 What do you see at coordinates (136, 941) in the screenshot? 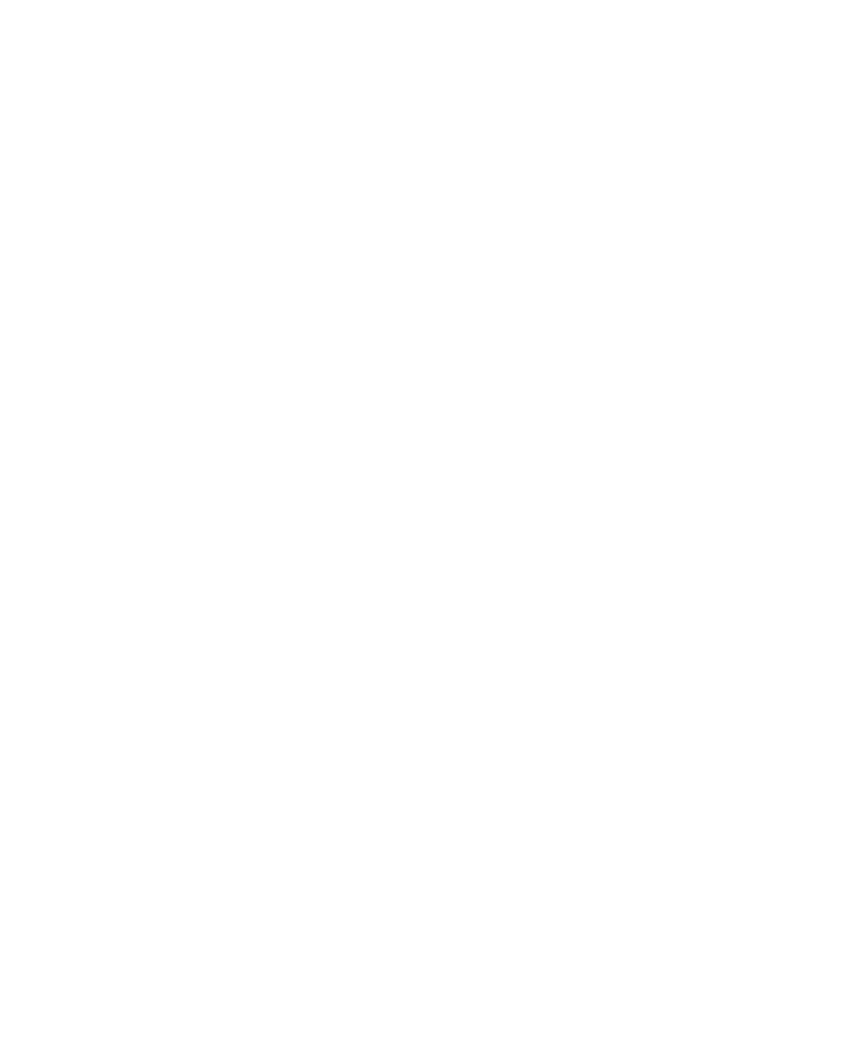
I see `'January 2018'` at bounding box center [136, 941].